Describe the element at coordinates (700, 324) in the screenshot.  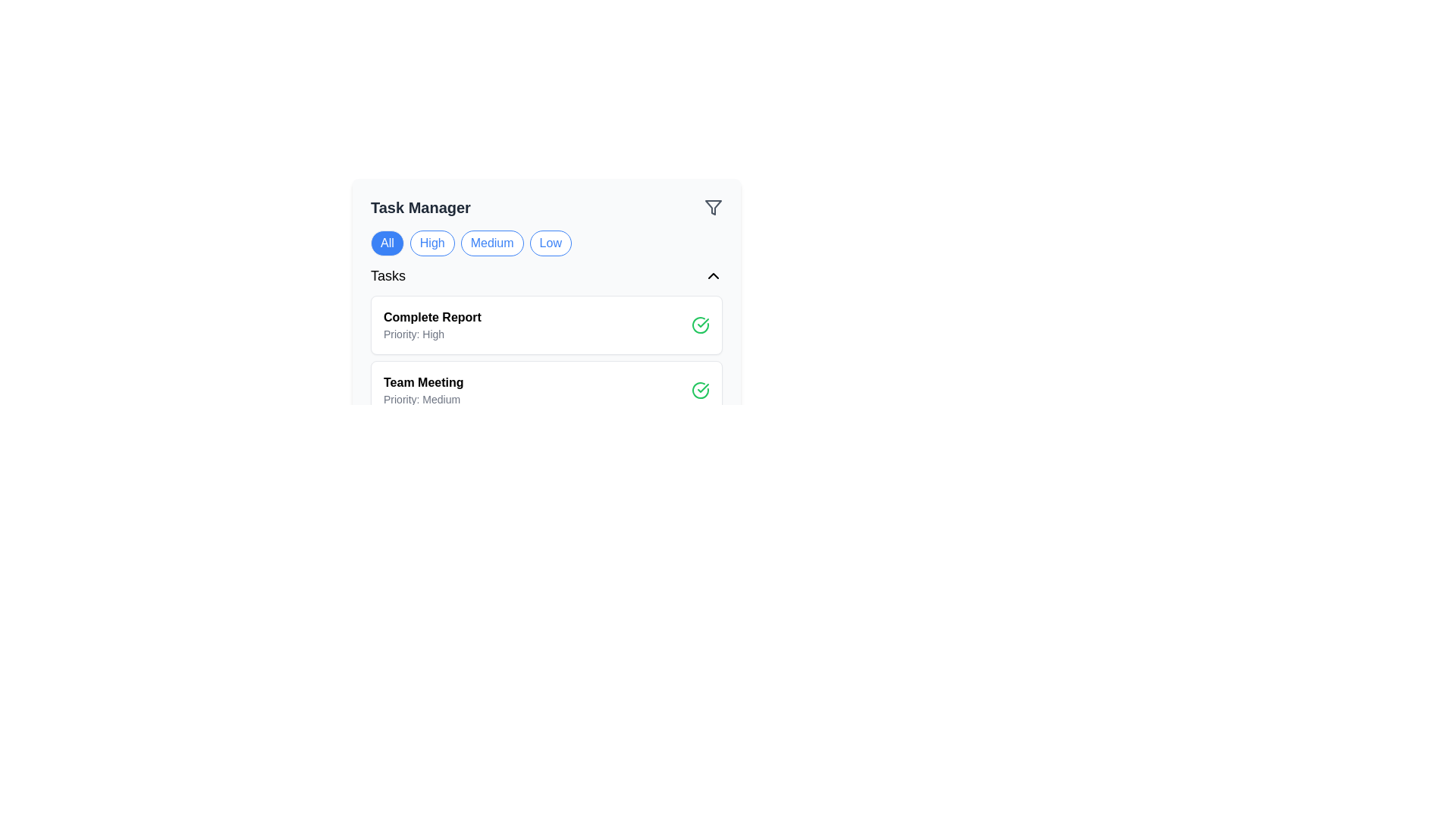
I see `the completion status icon located within the 'Complete Report' task item, aligned to the right next to the text 'Priority: High'` at that location.